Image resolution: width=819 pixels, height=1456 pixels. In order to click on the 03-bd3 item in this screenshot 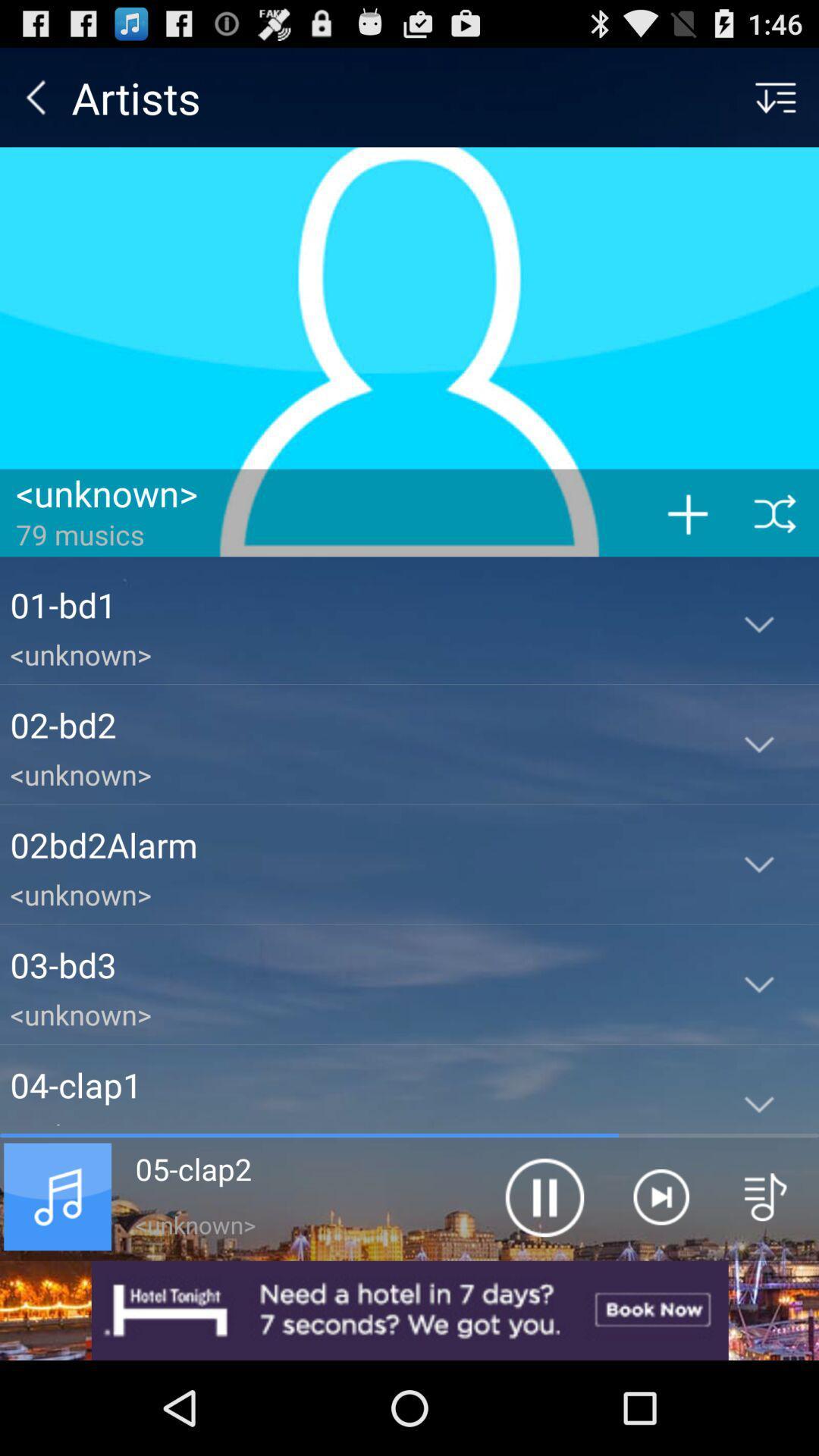, I will do `click(354, 964)`.